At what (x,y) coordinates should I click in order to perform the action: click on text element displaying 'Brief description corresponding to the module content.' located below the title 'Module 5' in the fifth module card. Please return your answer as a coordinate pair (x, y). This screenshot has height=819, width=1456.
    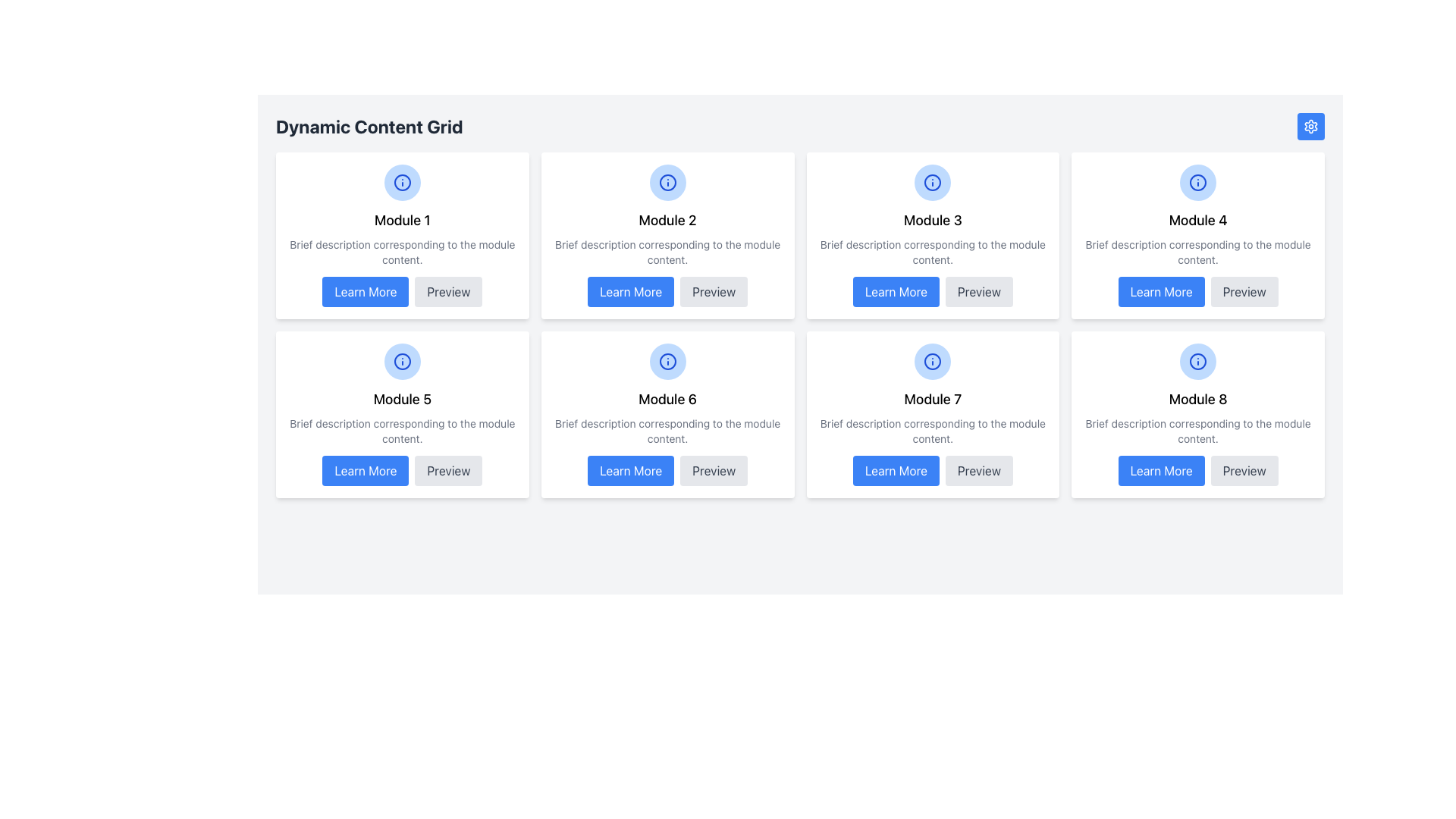
    Looking at the image, I should click on (402, 431).